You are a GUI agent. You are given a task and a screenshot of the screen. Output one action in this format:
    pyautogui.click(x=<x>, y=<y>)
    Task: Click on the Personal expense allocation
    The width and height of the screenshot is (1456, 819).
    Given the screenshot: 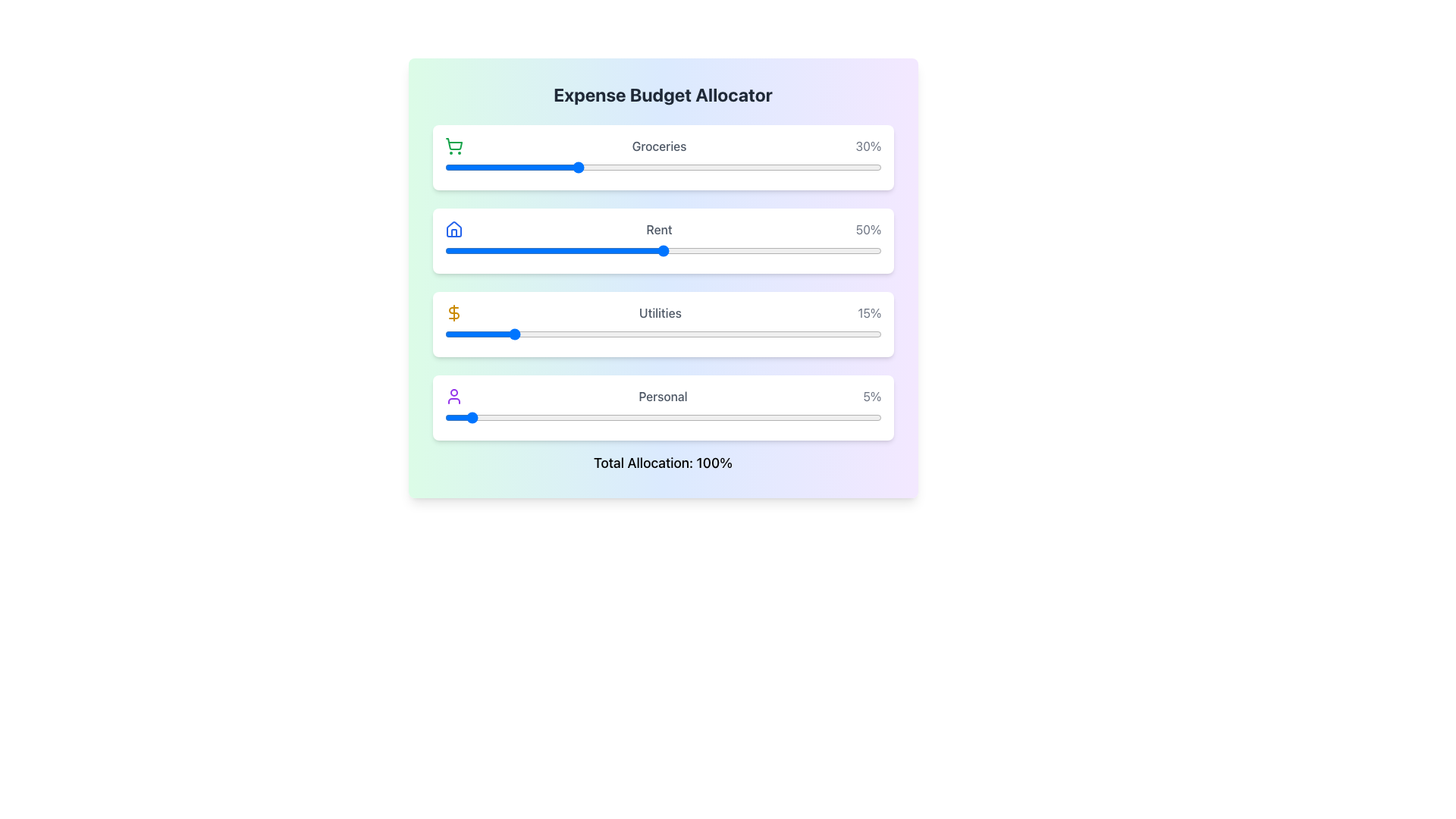 What is the action you would take?
    pyautogui.click(x=714, y=418)
    